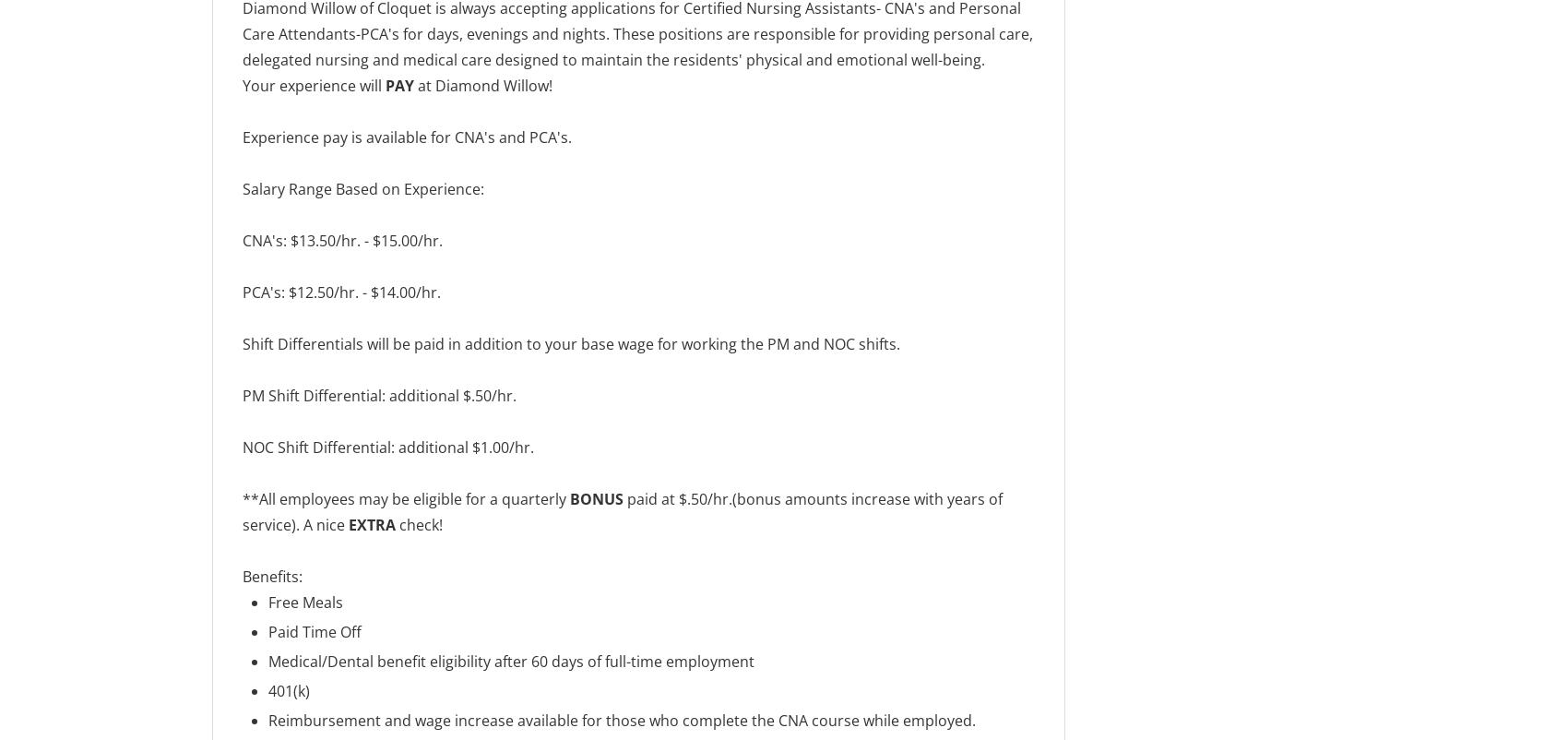 The image size is (1568, 740). I want to click on 'at Diamond Willow!', so click(484, 86).